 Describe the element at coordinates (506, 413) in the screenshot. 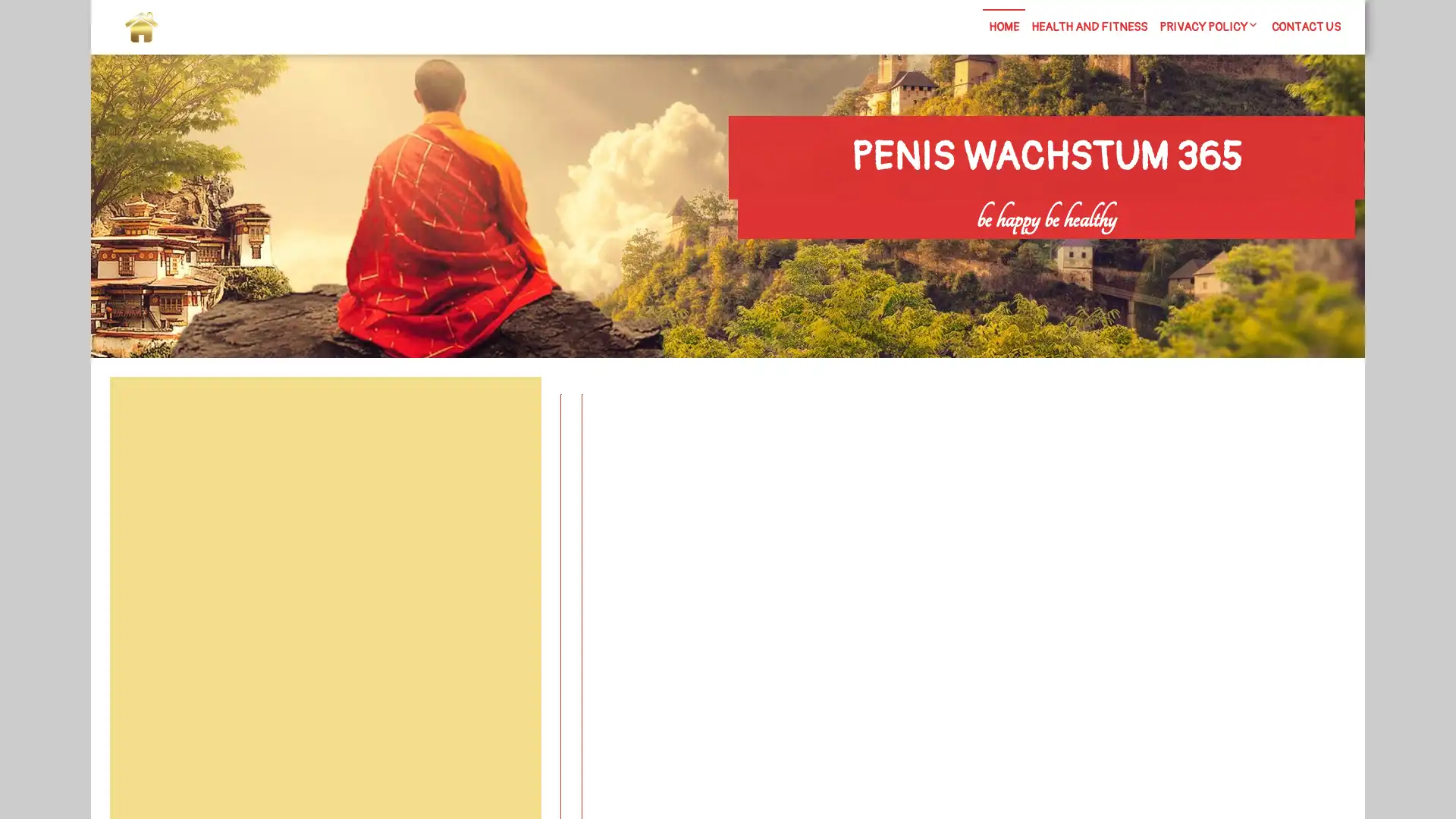

I see `Search` at that location.